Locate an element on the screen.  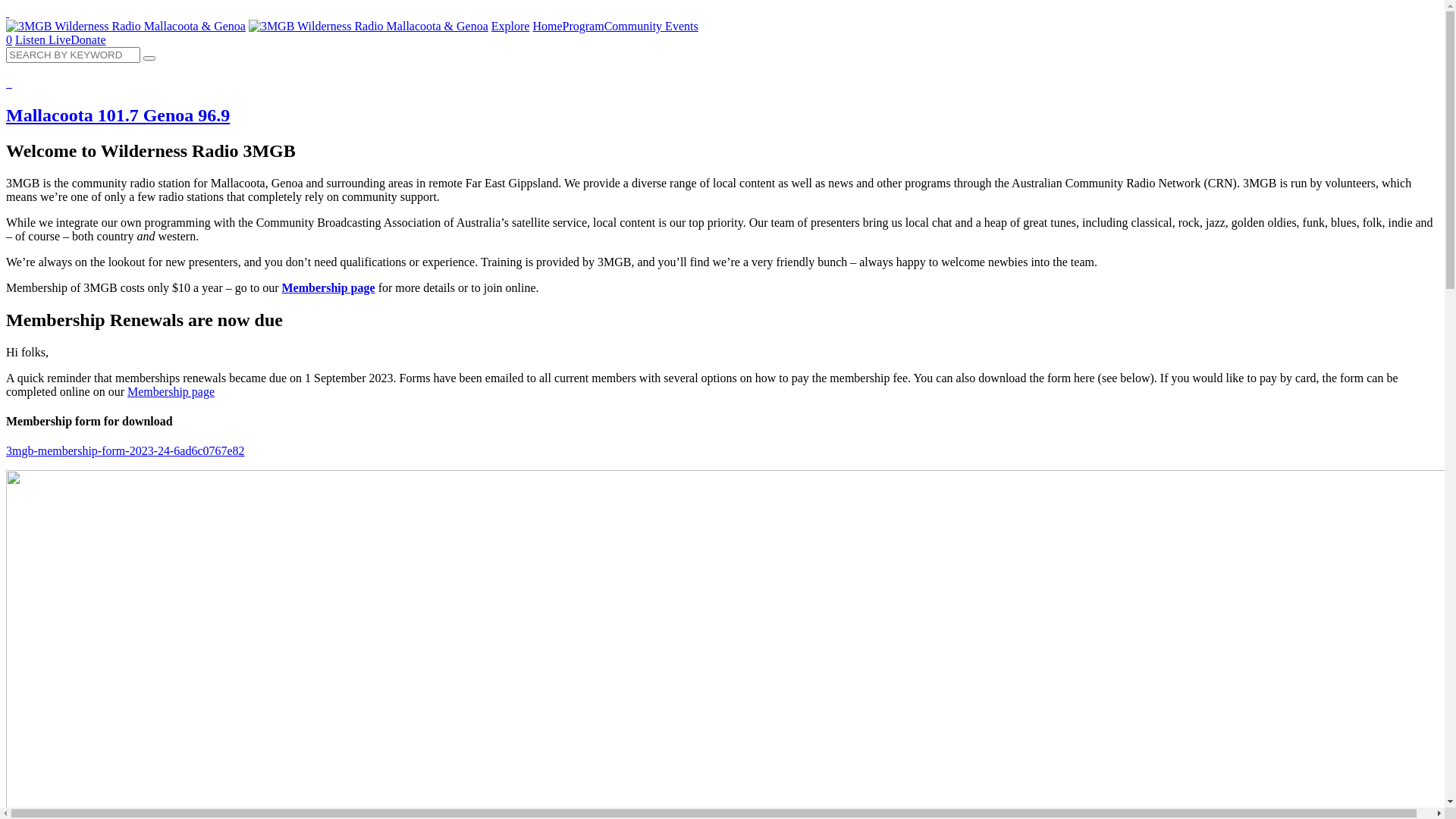
'   Mallacoota 101.7 Genoa 96.9' is located at coordinates (721, 101).